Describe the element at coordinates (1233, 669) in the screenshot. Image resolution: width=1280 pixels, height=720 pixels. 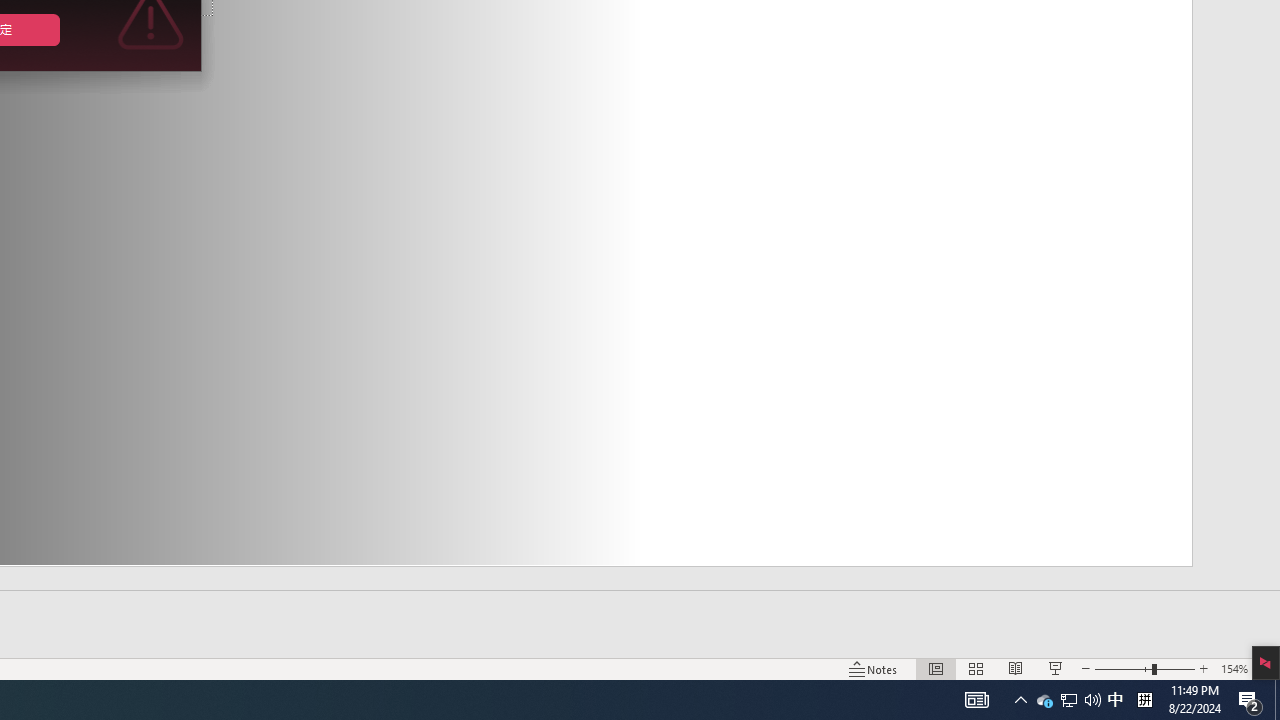
I see `'Zoom 154%'` at that location.